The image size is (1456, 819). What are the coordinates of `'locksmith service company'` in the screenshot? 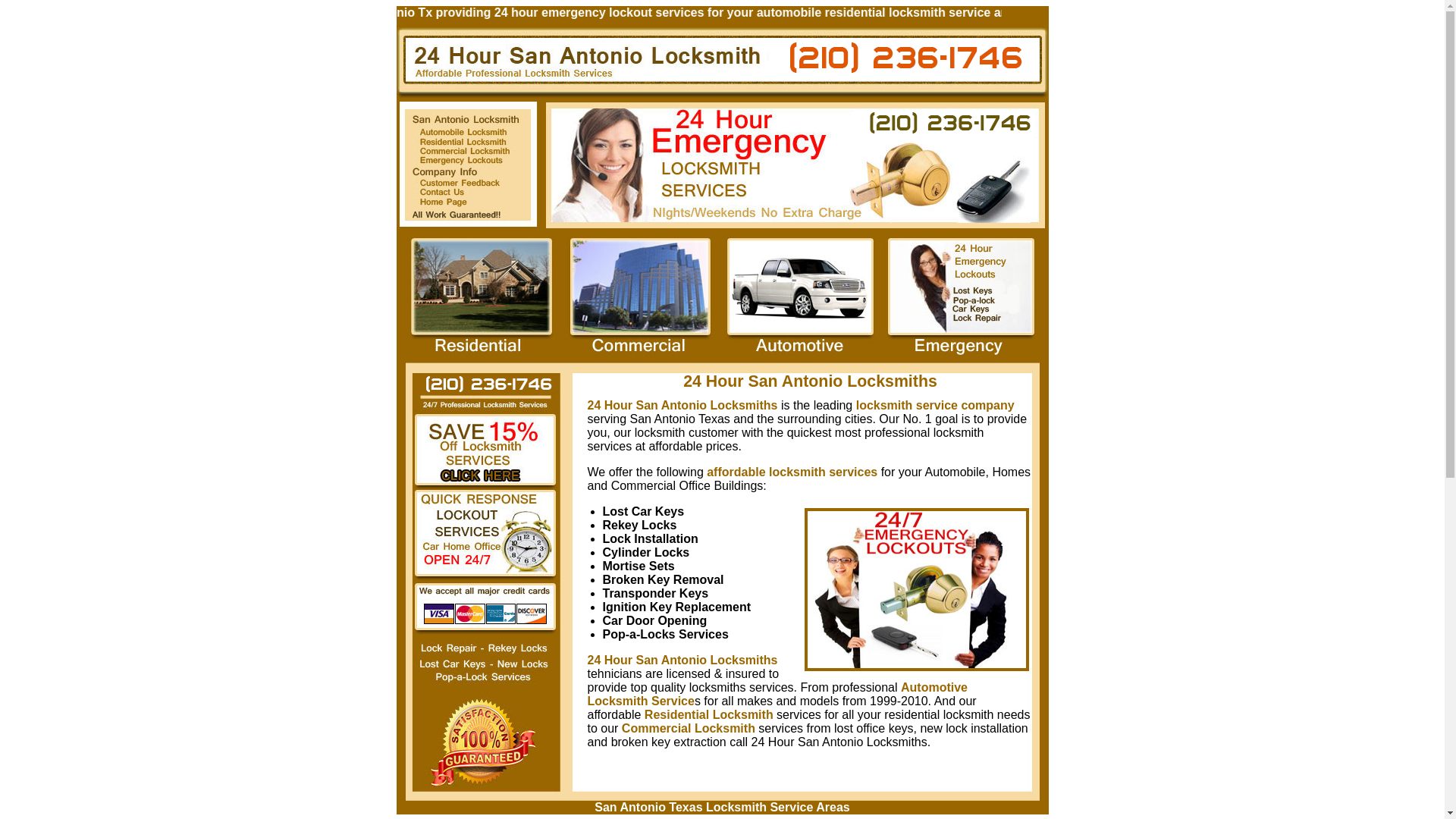 It's located at (934, 404).